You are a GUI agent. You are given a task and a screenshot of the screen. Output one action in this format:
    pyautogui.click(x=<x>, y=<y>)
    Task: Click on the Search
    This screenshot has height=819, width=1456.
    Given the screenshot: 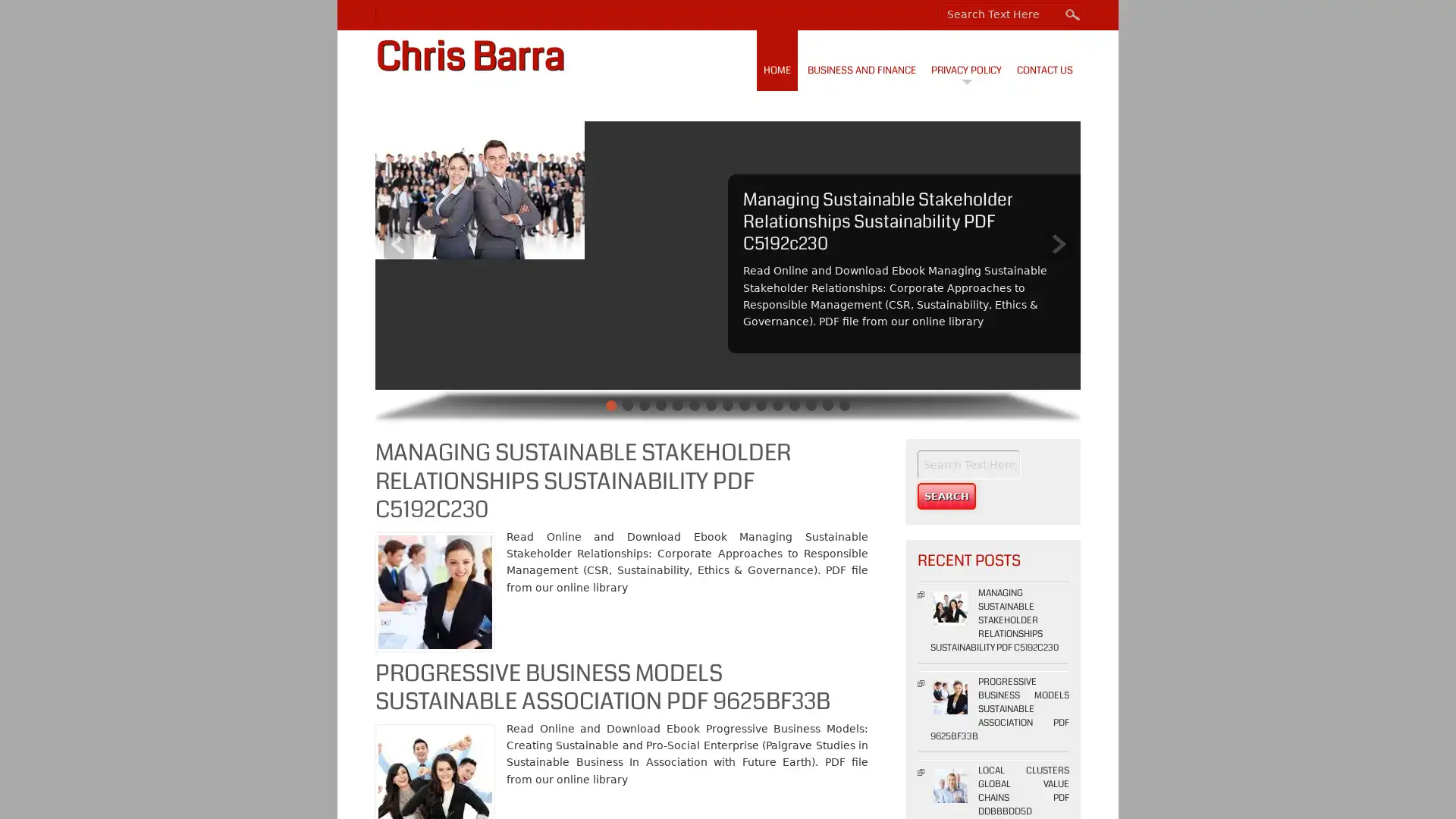 What is the action you would take?
    pyautogui.click(x=946, y=496)
    